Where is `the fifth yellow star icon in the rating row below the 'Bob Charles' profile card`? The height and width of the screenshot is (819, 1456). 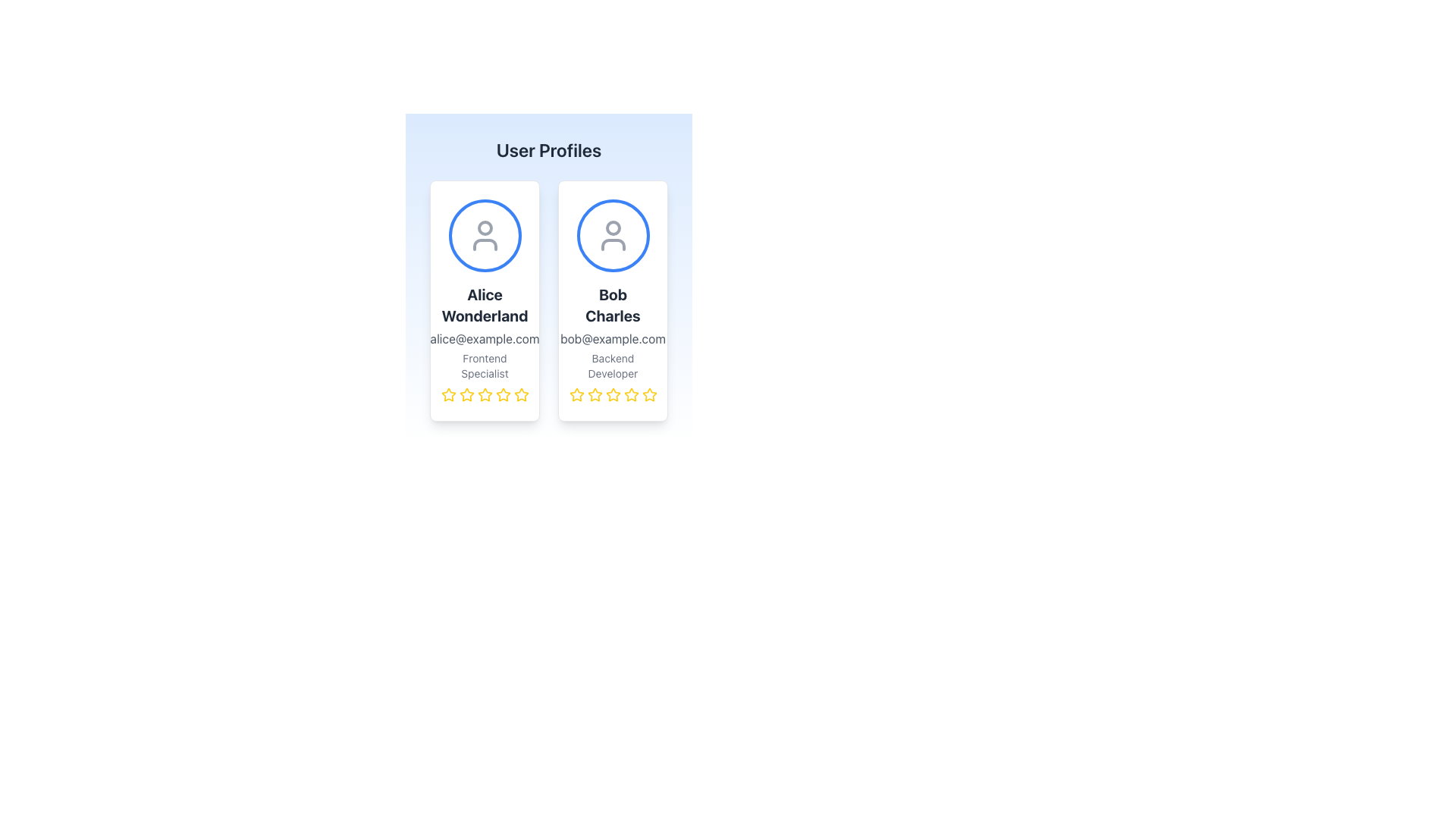
the fifth yellow star icon in the rating row below the 'Bob Charles' profile card is located at coordinates (631, 394).